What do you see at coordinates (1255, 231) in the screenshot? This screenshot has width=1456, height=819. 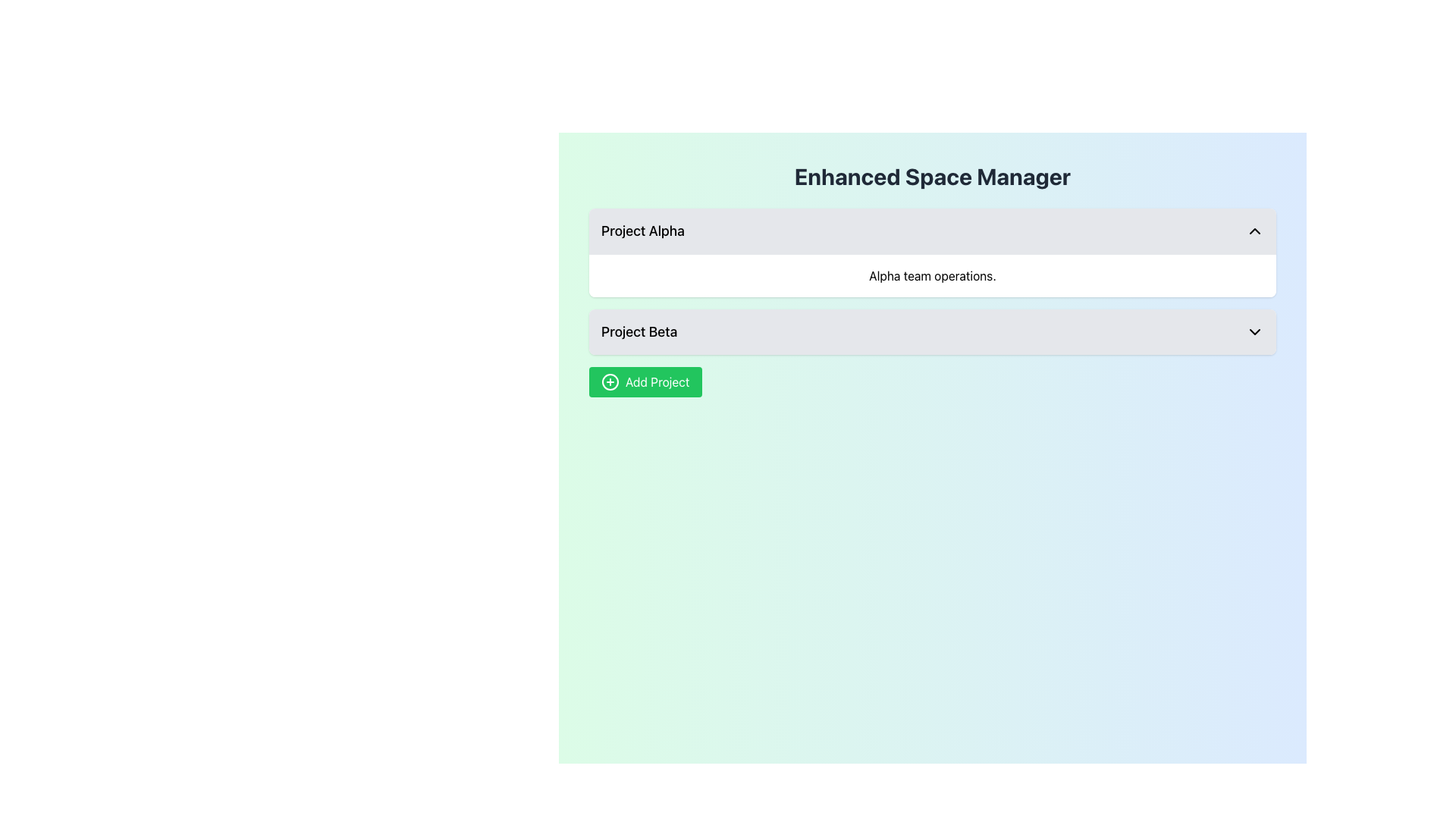 I see `the toggle icon for the 'Project Alpha' section` at bounding box center [1255, 231].